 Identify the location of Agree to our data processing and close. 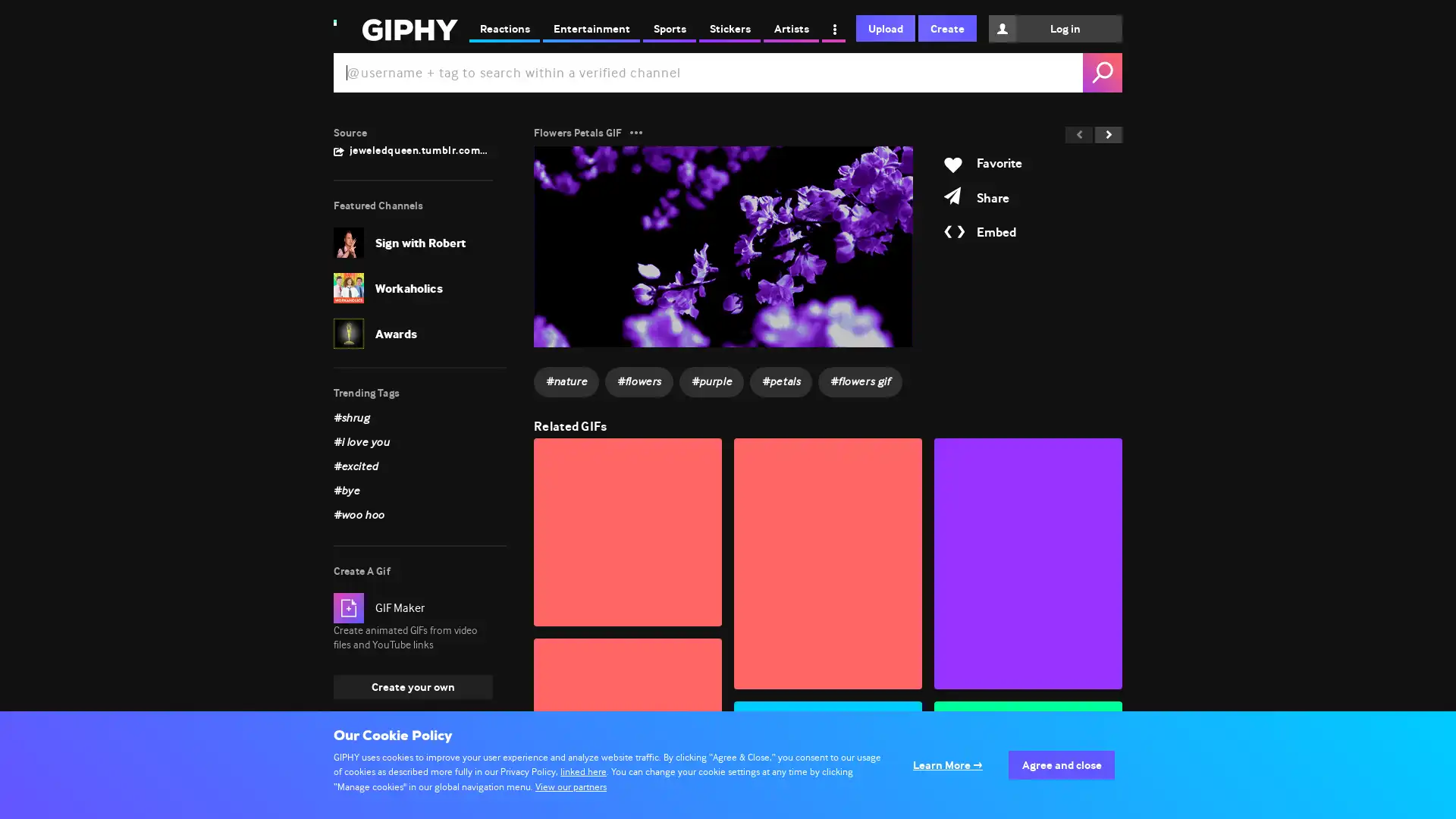
(1061, 765).